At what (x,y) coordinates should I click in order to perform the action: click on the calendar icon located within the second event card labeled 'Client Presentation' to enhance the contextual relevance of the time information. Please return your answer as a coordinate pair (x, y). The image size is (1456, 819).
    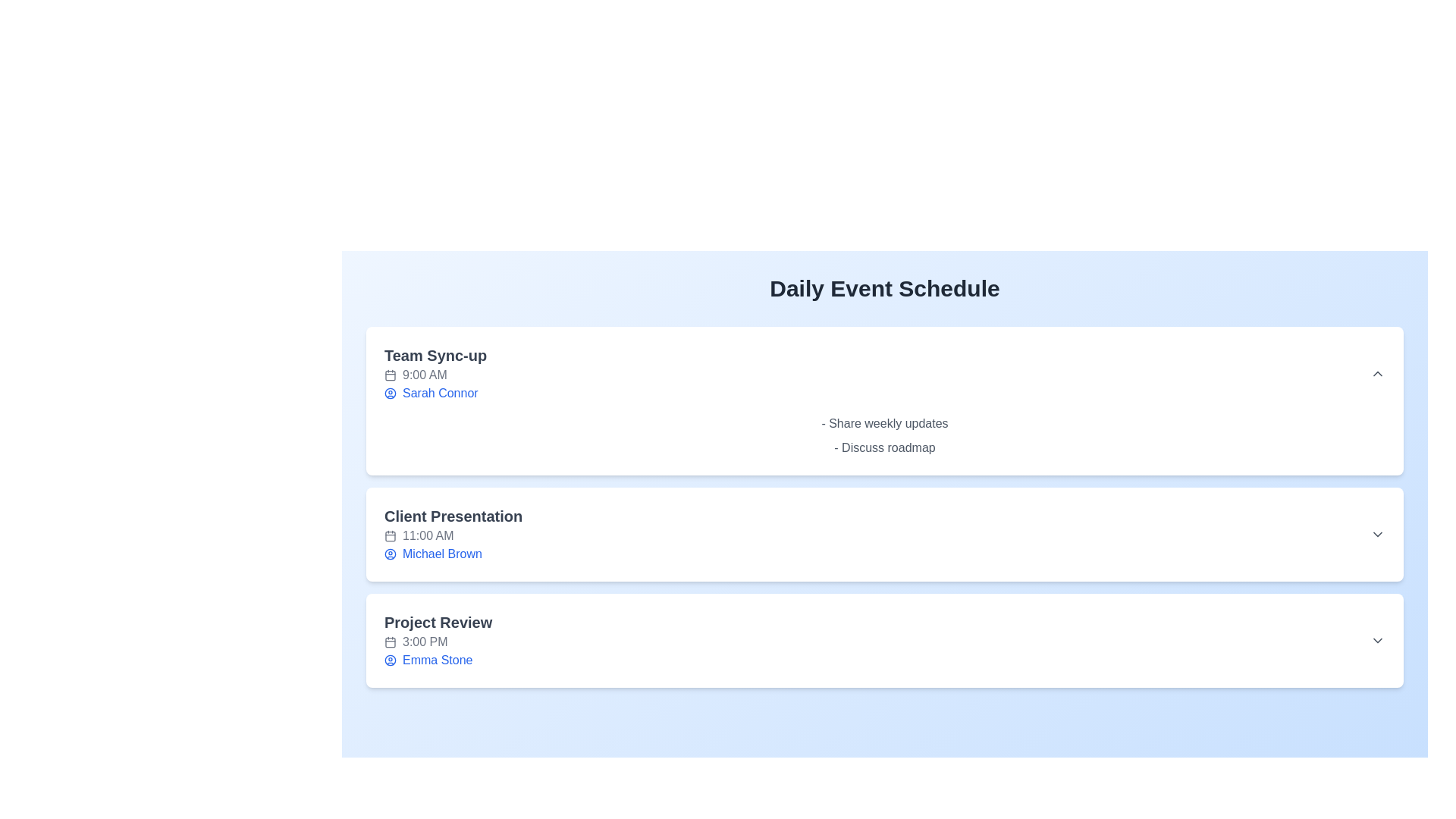
    Looking at the image, I should click on (390, 535).